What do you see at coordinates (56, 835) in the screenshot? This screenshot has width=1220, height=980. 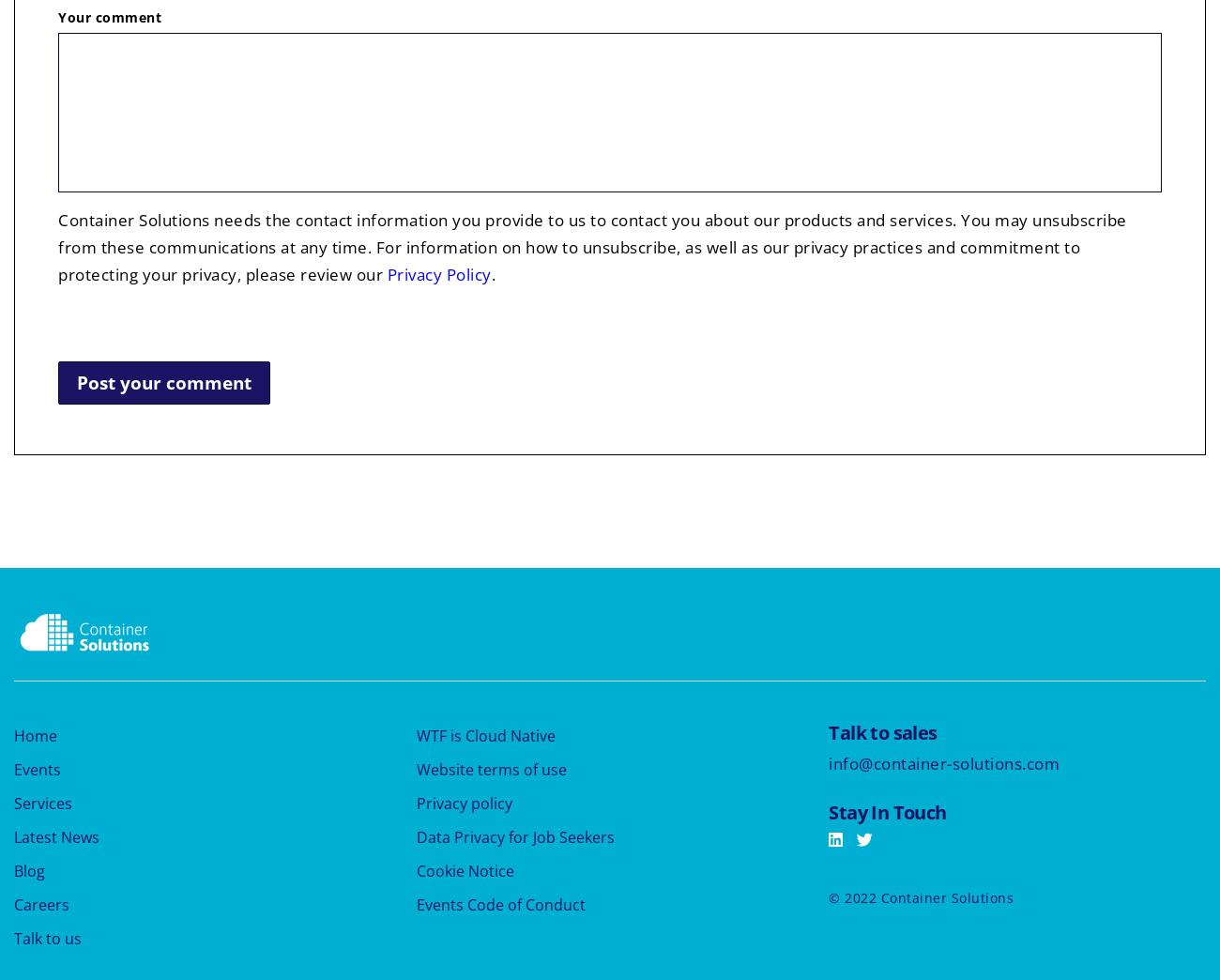 I see `'Latest News'` at bounding box center [56, 835].